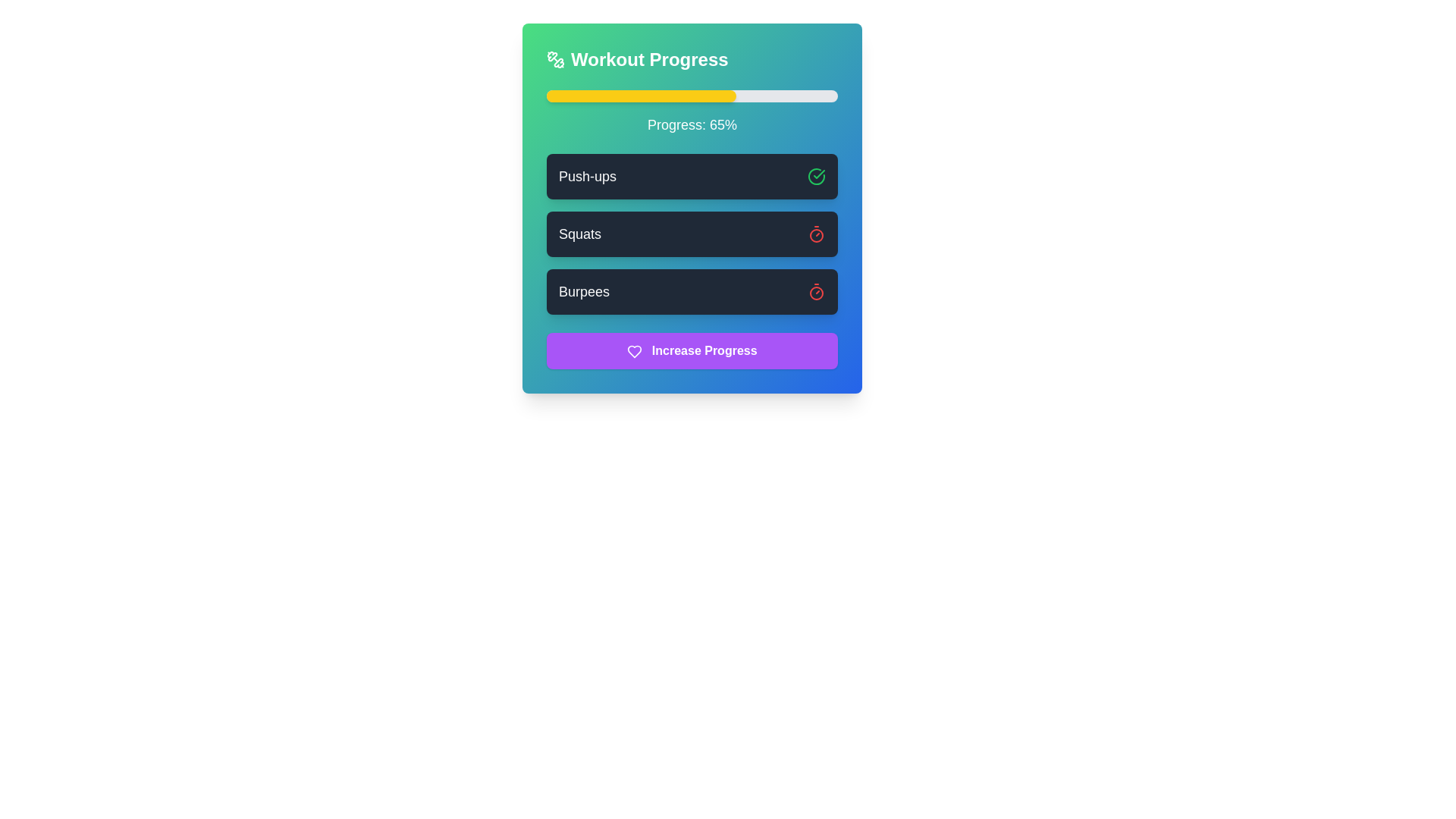 Image resolution: width=1456 pixels, height=819 pixels. Describe the element at coordinates (815, 175) in the screenshot. I see `the visual completion status represented by the left segment of the circular check icon next to the 'Push-ups' label in the workout progress task list` at that location.